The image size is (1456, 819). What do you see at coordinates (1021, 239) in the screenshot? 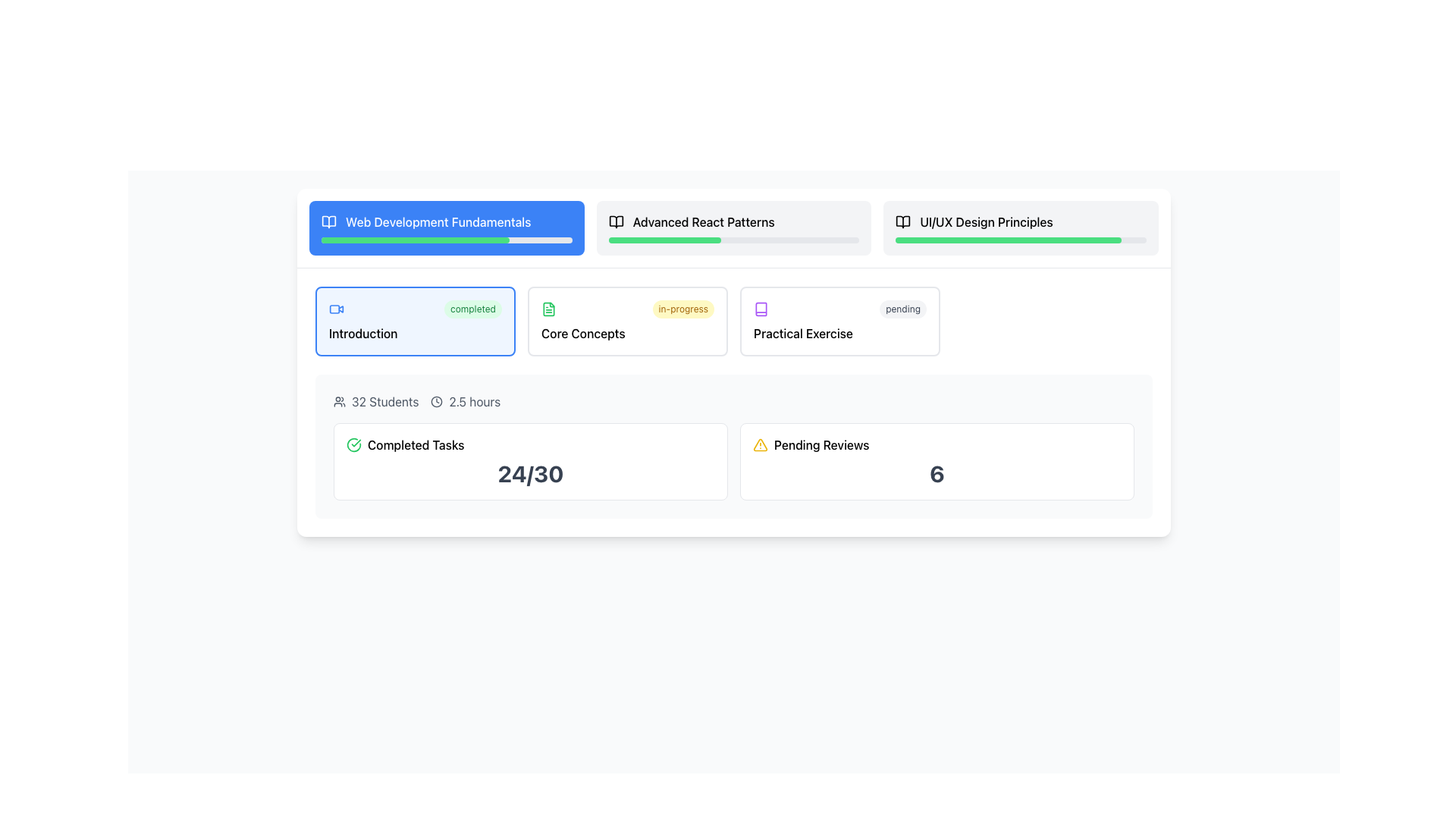
I see `the progress bar located below the 'UI/UX Design Principles' label, which is a thin, rounded rectangular bar with a light gray background and a green inner bar indicating 90% progress` at bounding box center [1021, 239].